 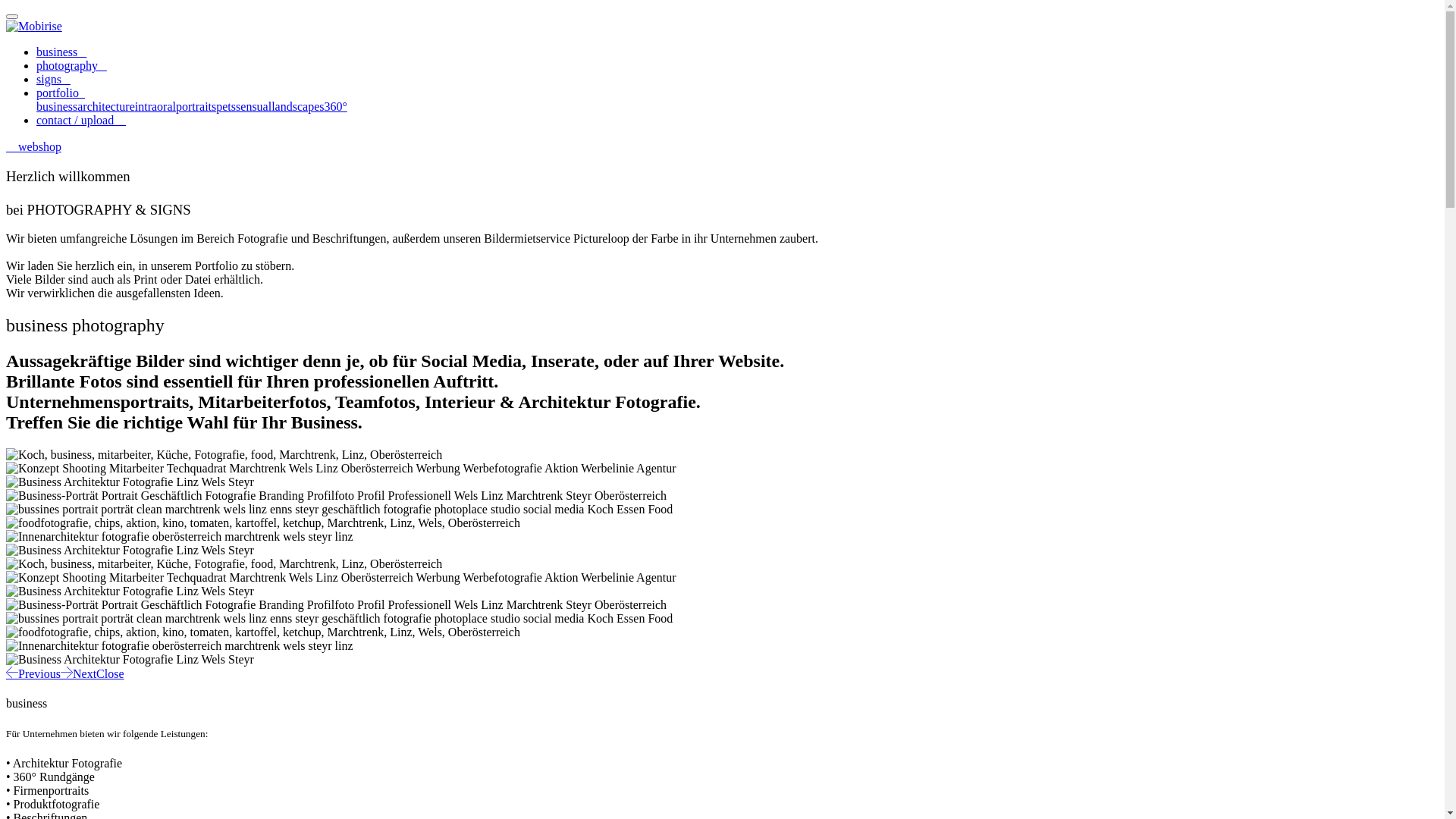 I want to click on 'Close', so click(x=108, y=673).